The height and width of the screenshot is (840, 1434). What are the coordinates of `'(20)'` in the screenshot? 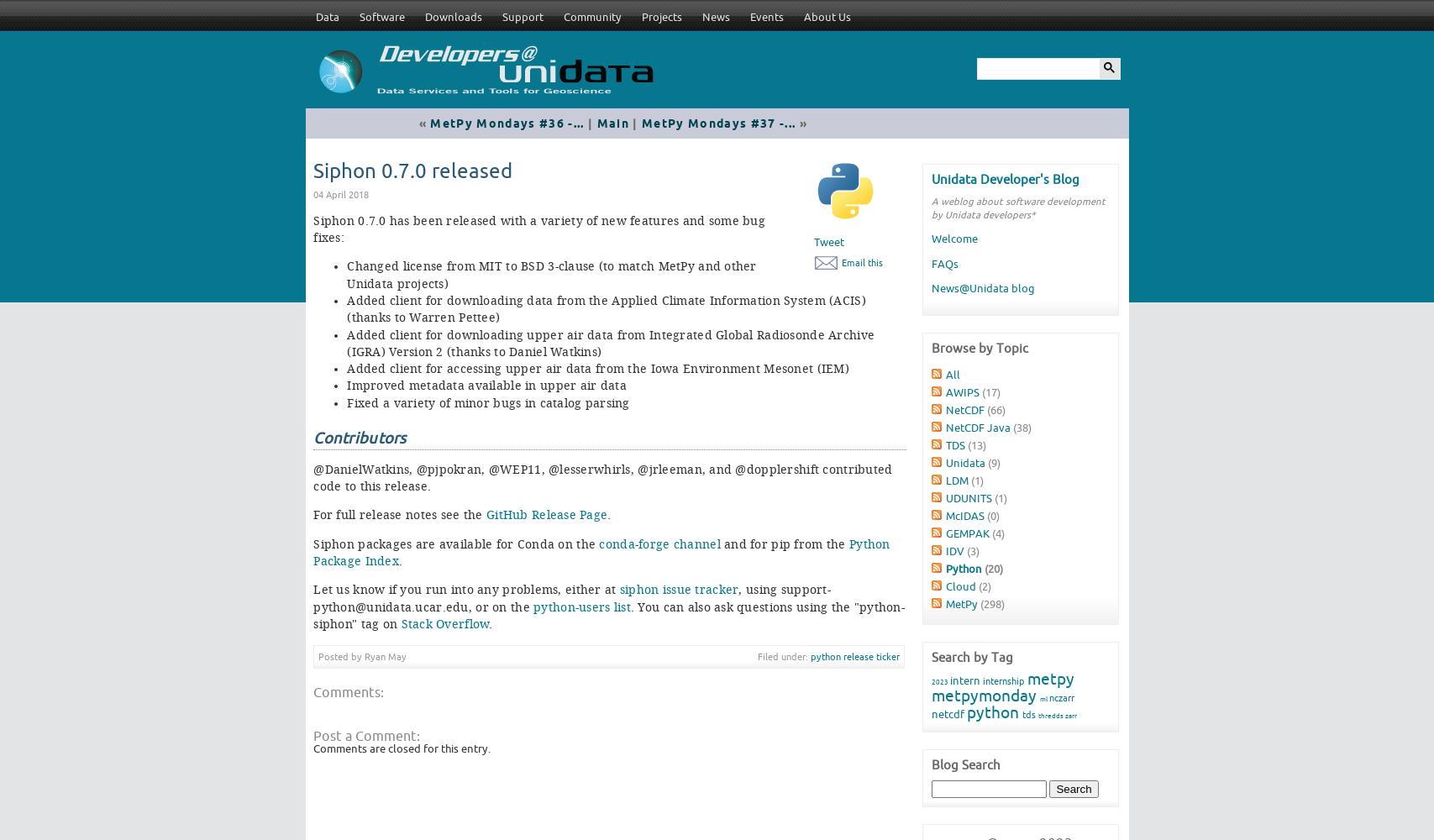 It's located at (991, 568).